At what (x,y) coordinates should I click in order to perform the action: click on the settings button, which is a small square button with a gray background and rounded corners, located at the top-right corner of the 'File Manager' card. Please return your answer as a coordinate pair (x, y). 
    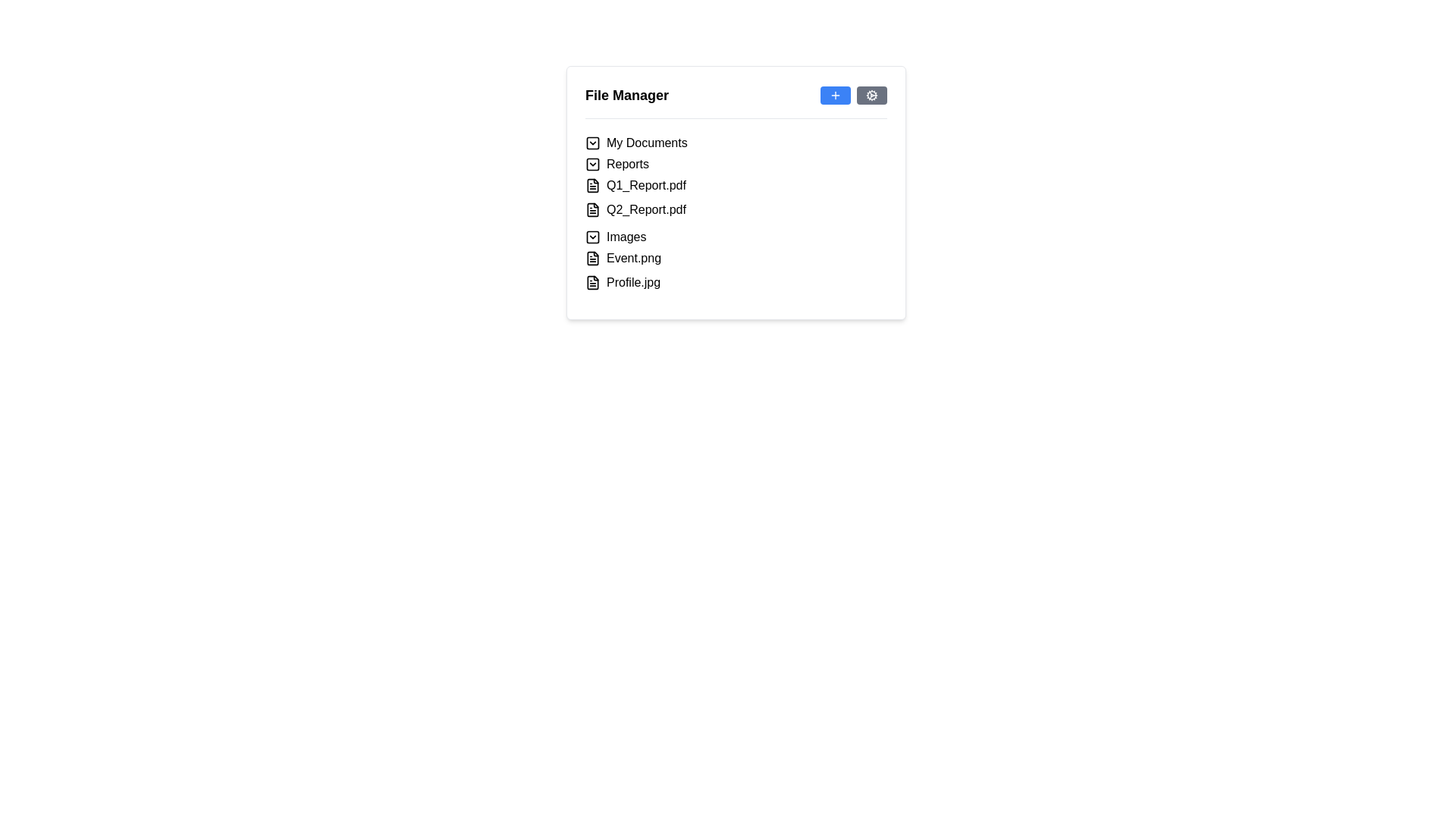
    Looking at the image, I should click on (872, 96).